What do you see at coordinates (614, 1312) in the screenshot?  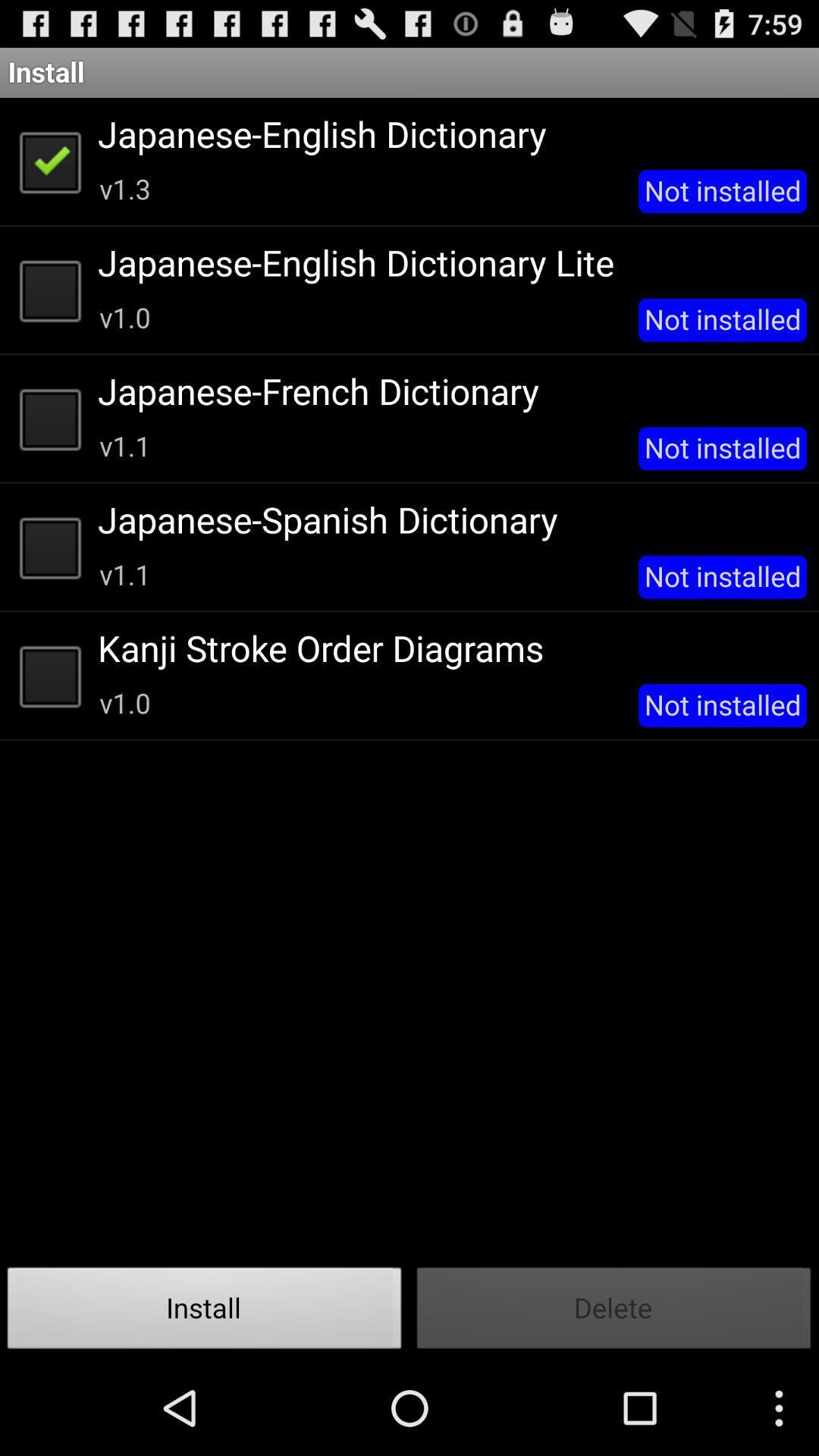 I see `item next to install item` at bounding box center [614, 1312].